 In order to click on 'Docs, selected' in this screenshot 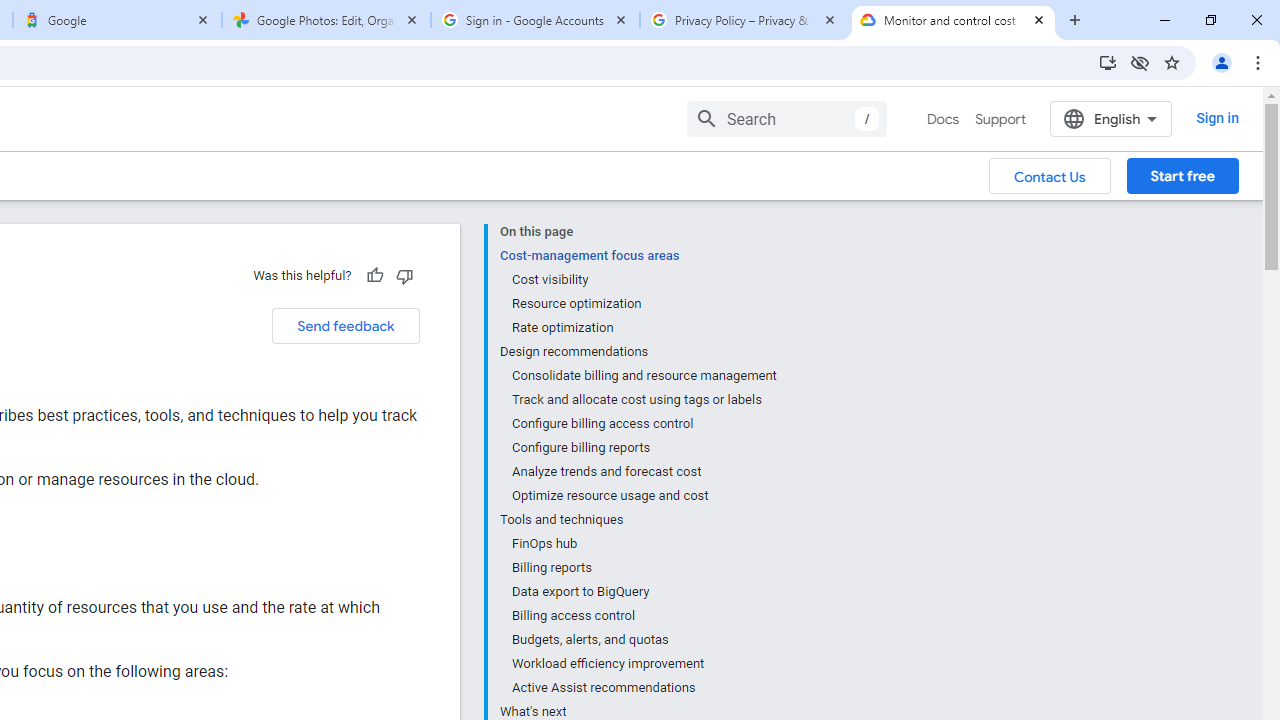, I will do `click(941, 119)`.